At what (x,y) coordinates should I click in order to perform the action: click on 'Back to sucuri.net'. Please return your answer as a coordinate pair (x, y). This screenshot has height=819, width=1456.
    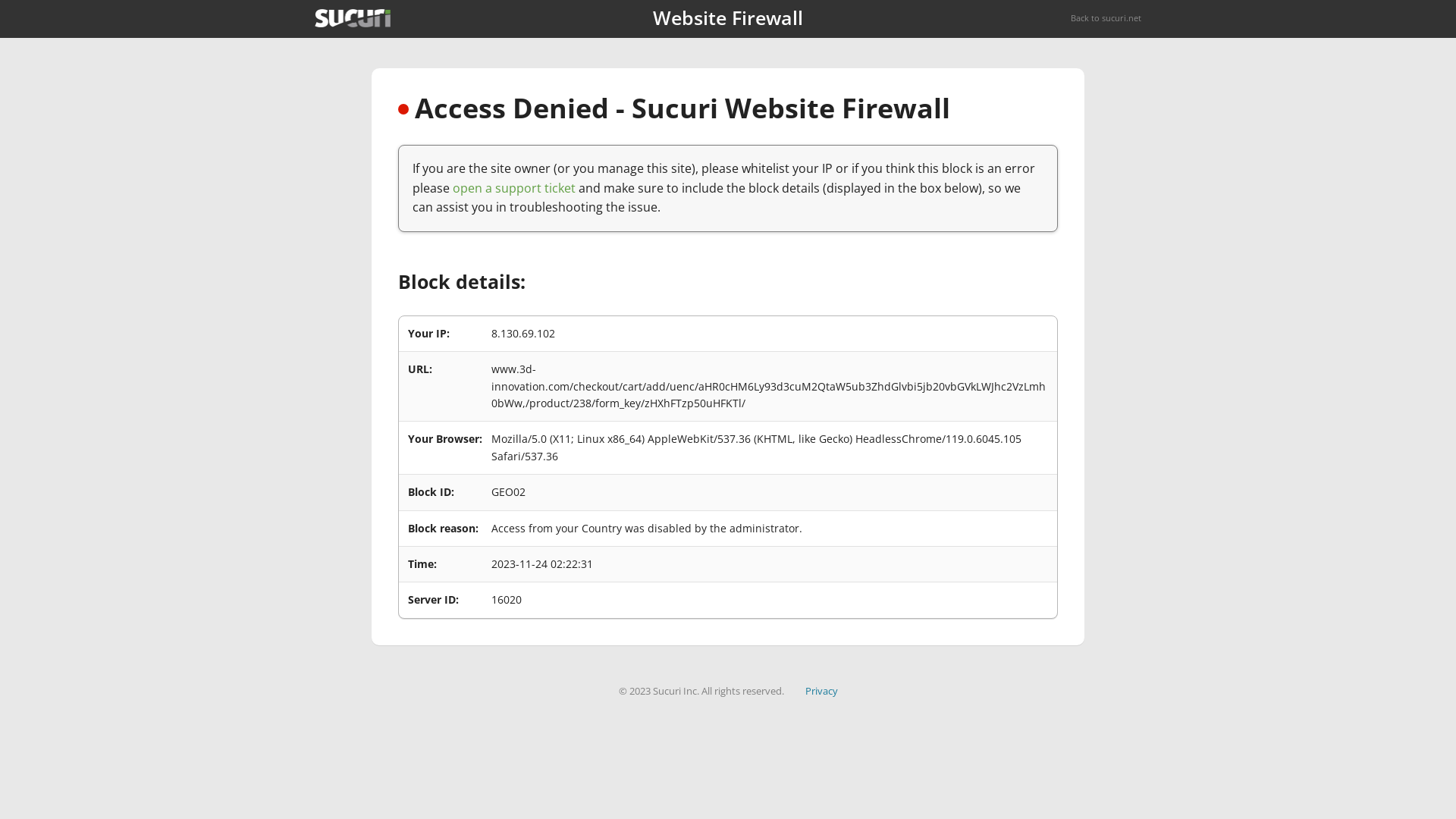
    Looking at the image, I should click on (1069, 17).